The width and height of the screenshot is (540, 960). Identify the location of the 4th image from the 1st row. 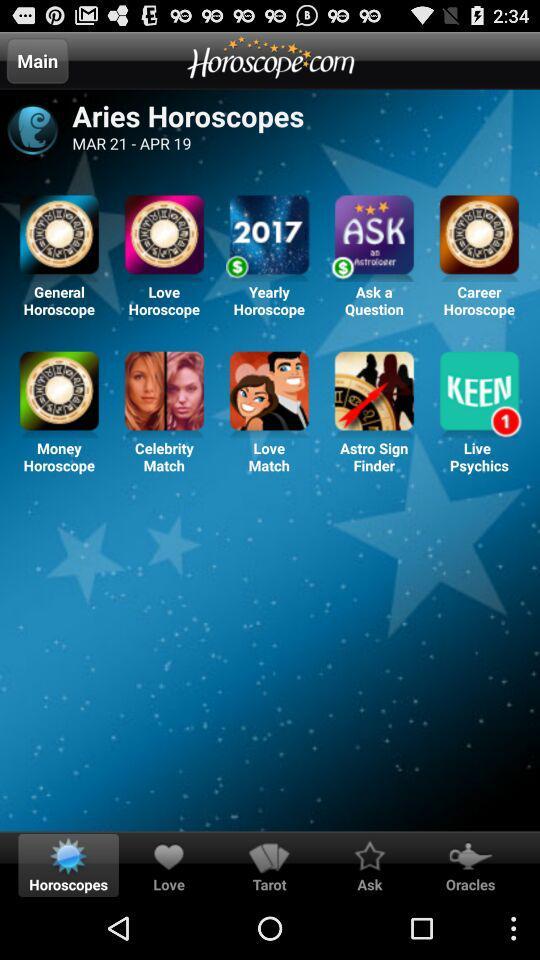
(374, 238).